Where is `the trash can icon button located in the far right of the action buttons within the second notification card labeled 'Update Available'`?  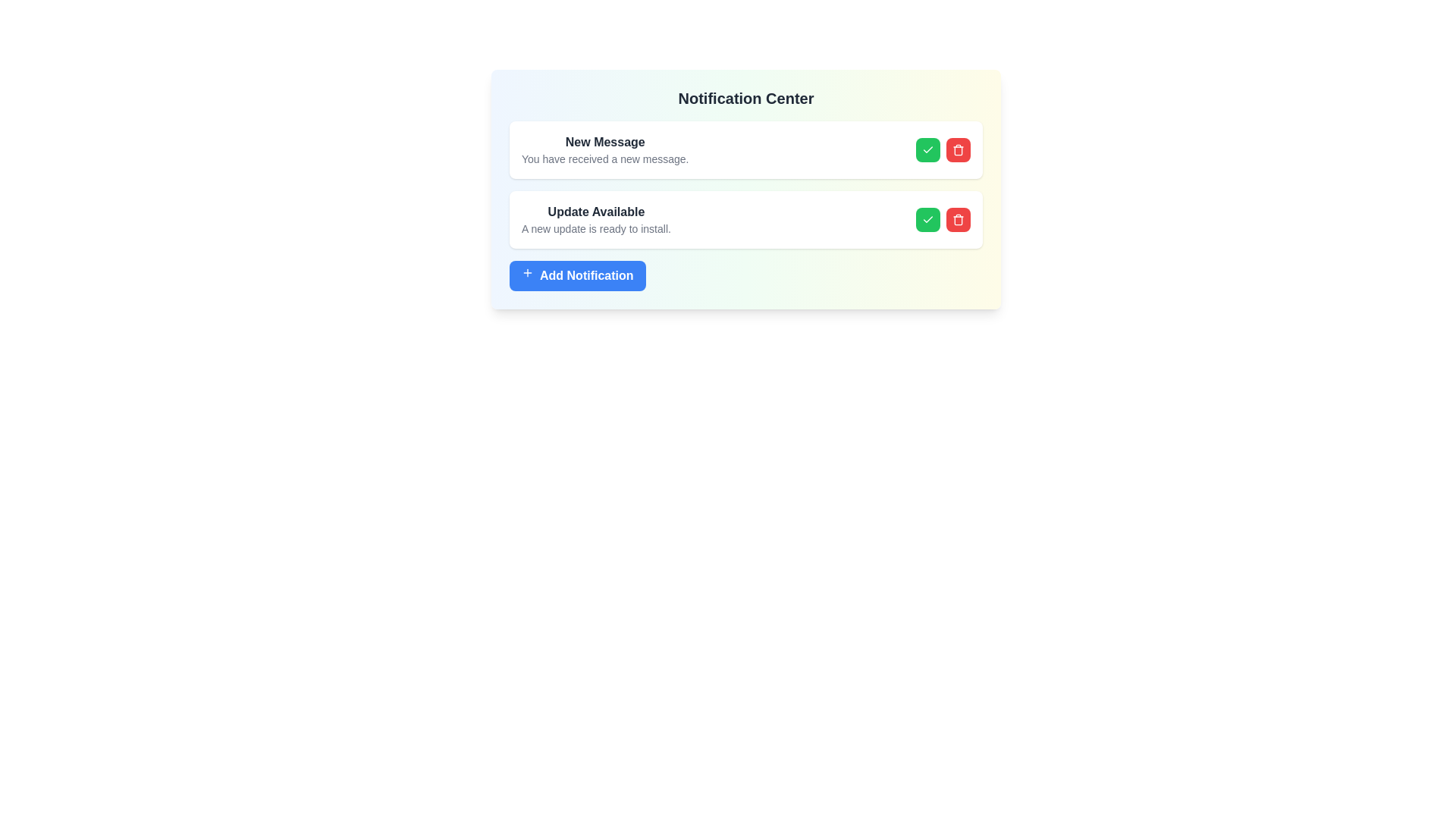 the trash can icon button located in the far right of the action buttons within the second notification card labeled 'Update Available' is located at coordinates (957, 219).